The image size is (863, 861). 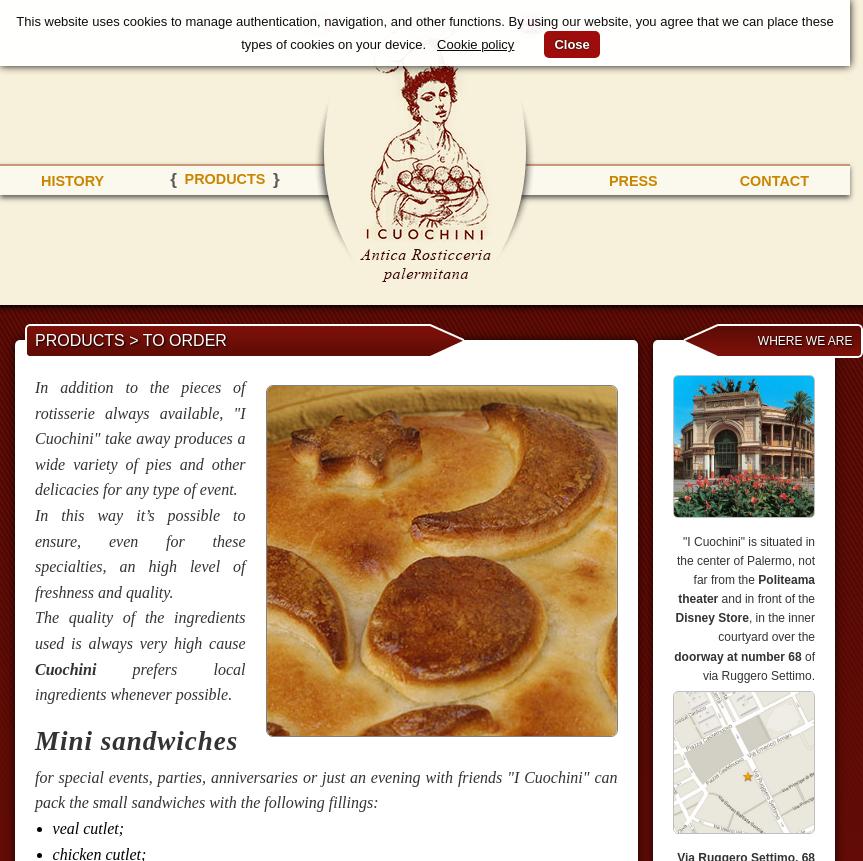 What do you see at coordinates (631, 180) in the screenshot?
I see `'press'` at bounding box center [631, 180].